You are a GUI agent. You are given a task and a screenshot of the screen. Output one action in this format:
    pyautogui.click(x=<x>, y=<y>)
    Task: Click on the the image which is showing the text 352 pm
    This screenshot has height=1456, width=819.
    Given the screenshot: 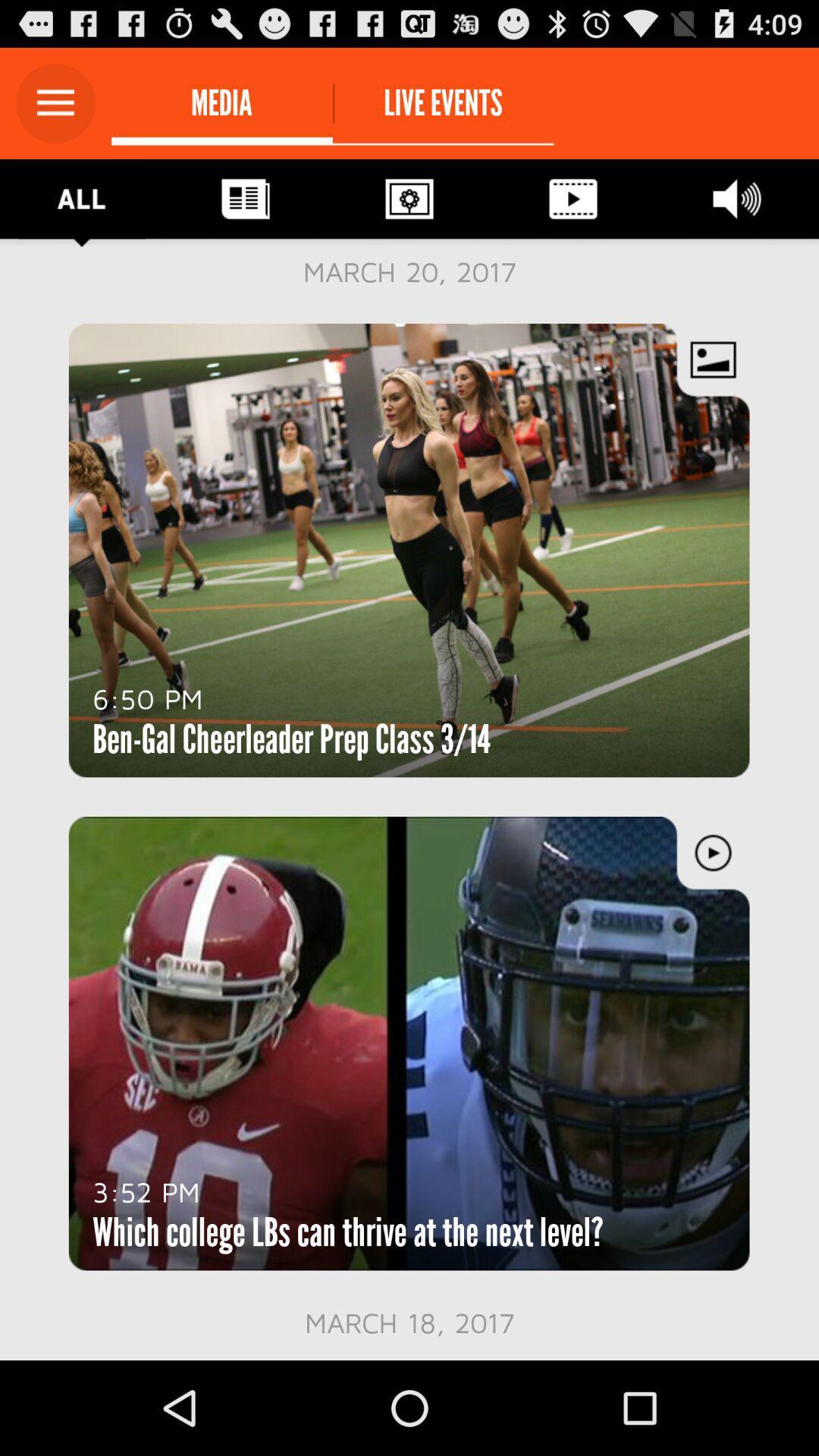 What is the action you would take?
    pyautogui.click(x=409, y=1043)
    